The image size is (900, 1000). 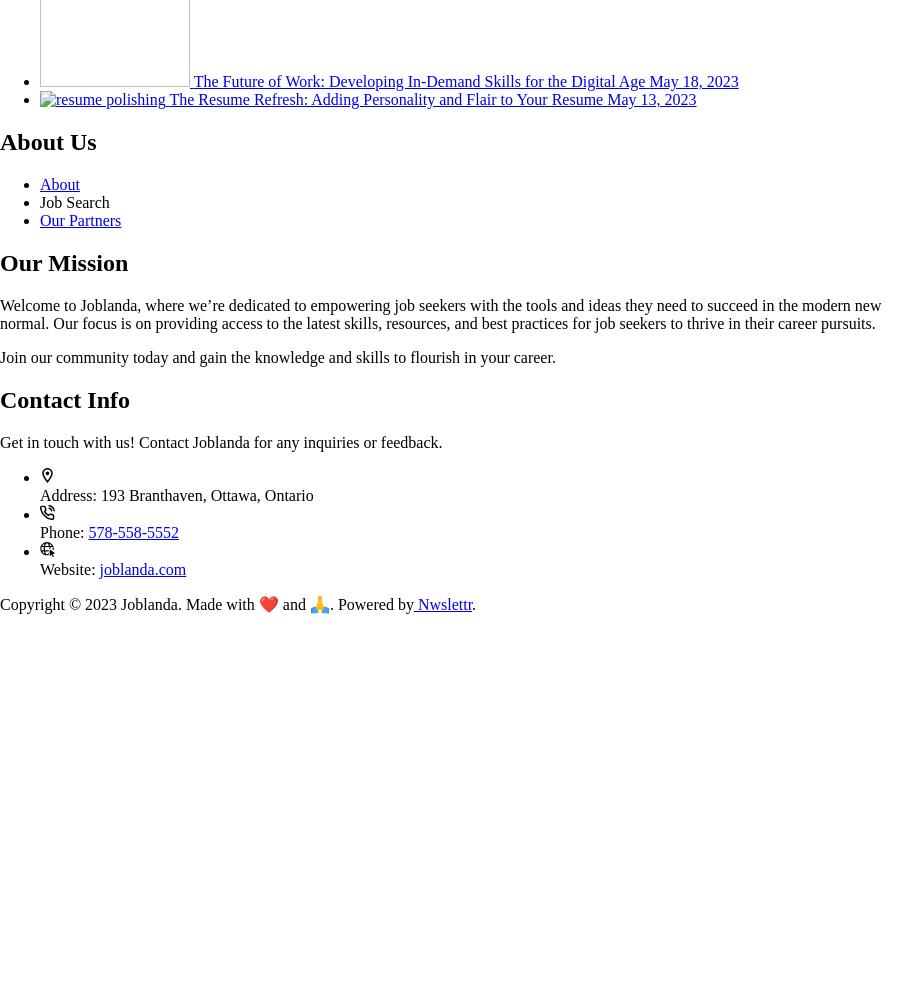 What do you see at coordinates (0, 602) in the screenshot?
I see `'Copyright © 2023 Joblanda. Made with ❤️ and 🙏. Powered by'` at bounding box center [0, 602].